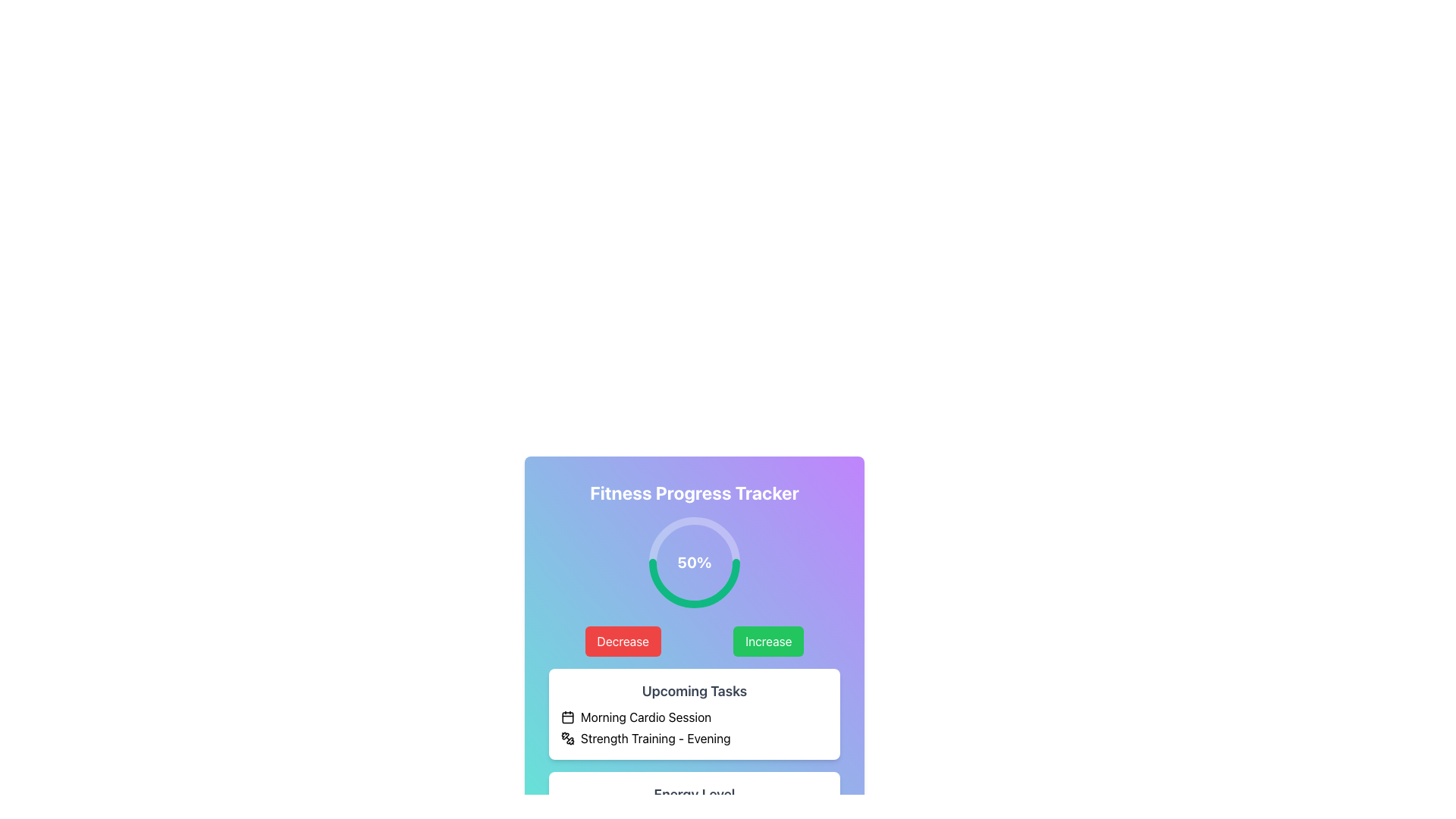 The image size is (1456, 819). I want to click on the Circular Progress Indicator that displays '50%' and is centrally located within the 'Fitness Progress Tracker' card, so click(694, 562).